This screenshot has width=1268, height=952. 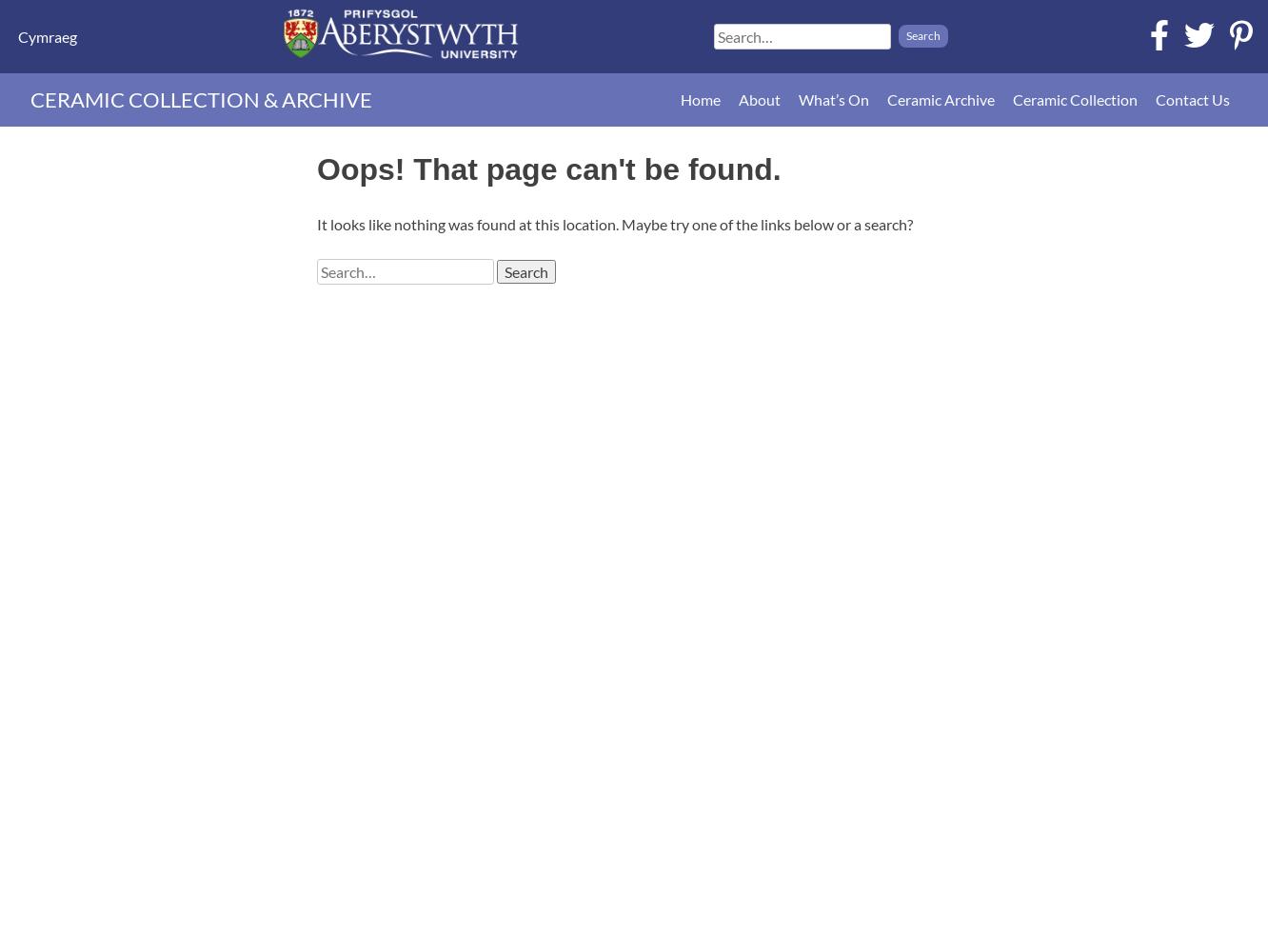 What do you see at coordinates (18, 35) in the screenshot?
I see `'Cymraeg'` at bounding box center [18, 35].